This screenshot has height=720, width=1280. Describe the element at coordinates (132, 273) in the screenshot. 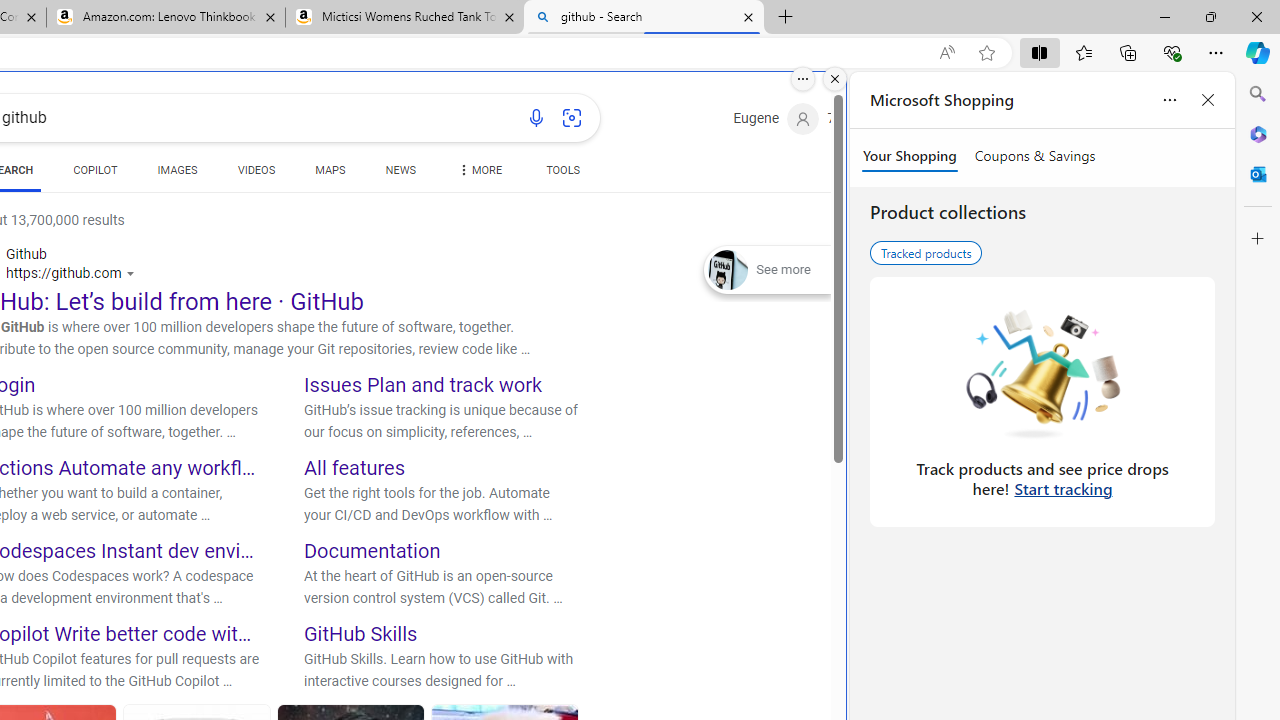

I see `'Actions for this site'` at that location.